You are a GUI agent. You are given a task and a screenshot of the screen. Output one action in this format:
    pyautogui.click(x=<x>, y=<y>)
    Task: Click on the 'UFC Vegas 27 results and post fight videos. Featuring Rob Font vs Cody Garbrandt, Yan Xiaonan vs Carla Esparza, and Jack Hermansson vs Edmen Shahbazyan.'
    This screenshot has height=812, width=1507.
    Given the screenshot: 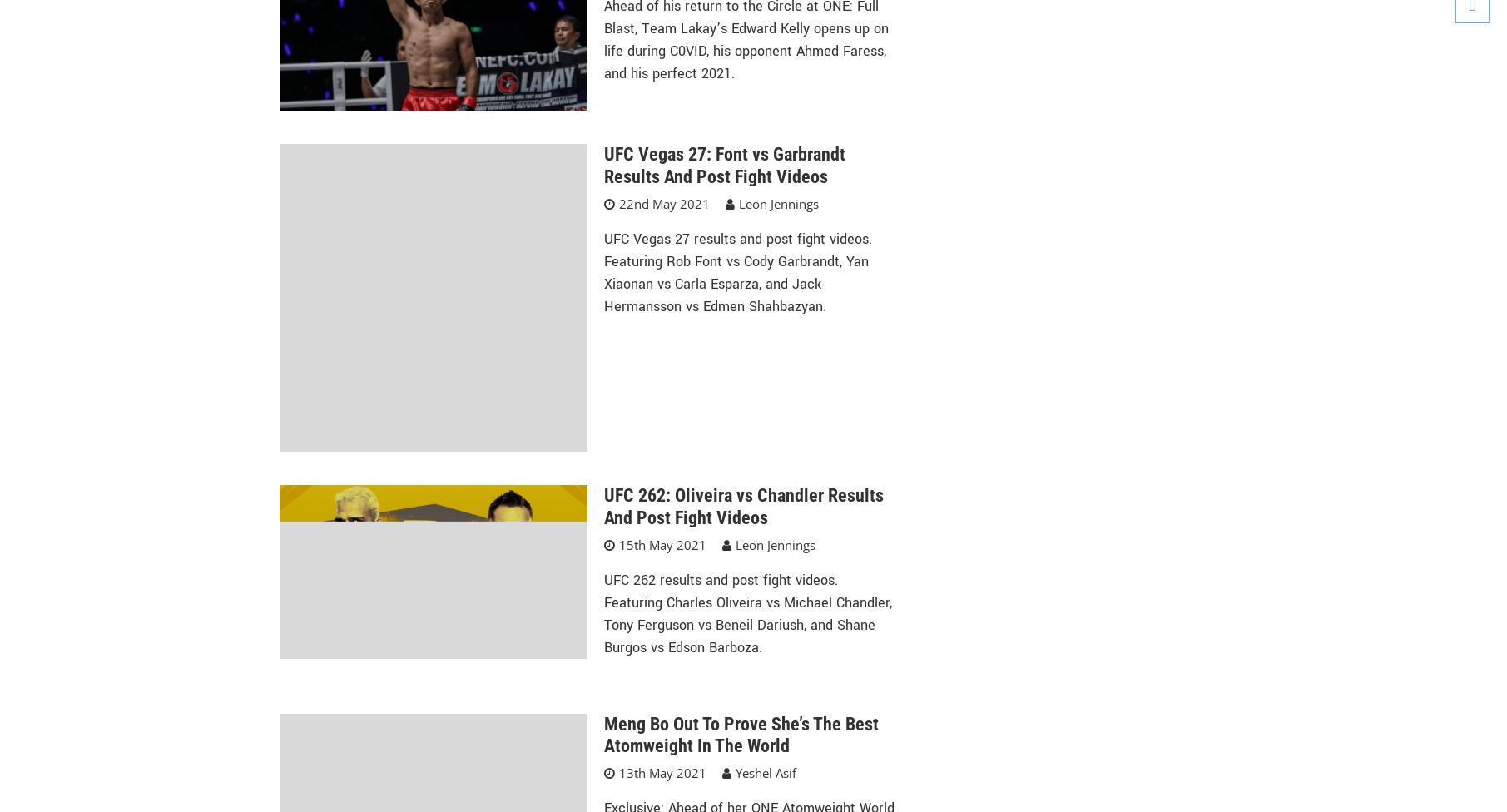 What is the action you would take?
    pyautogui.click(x=736, y=271)
    